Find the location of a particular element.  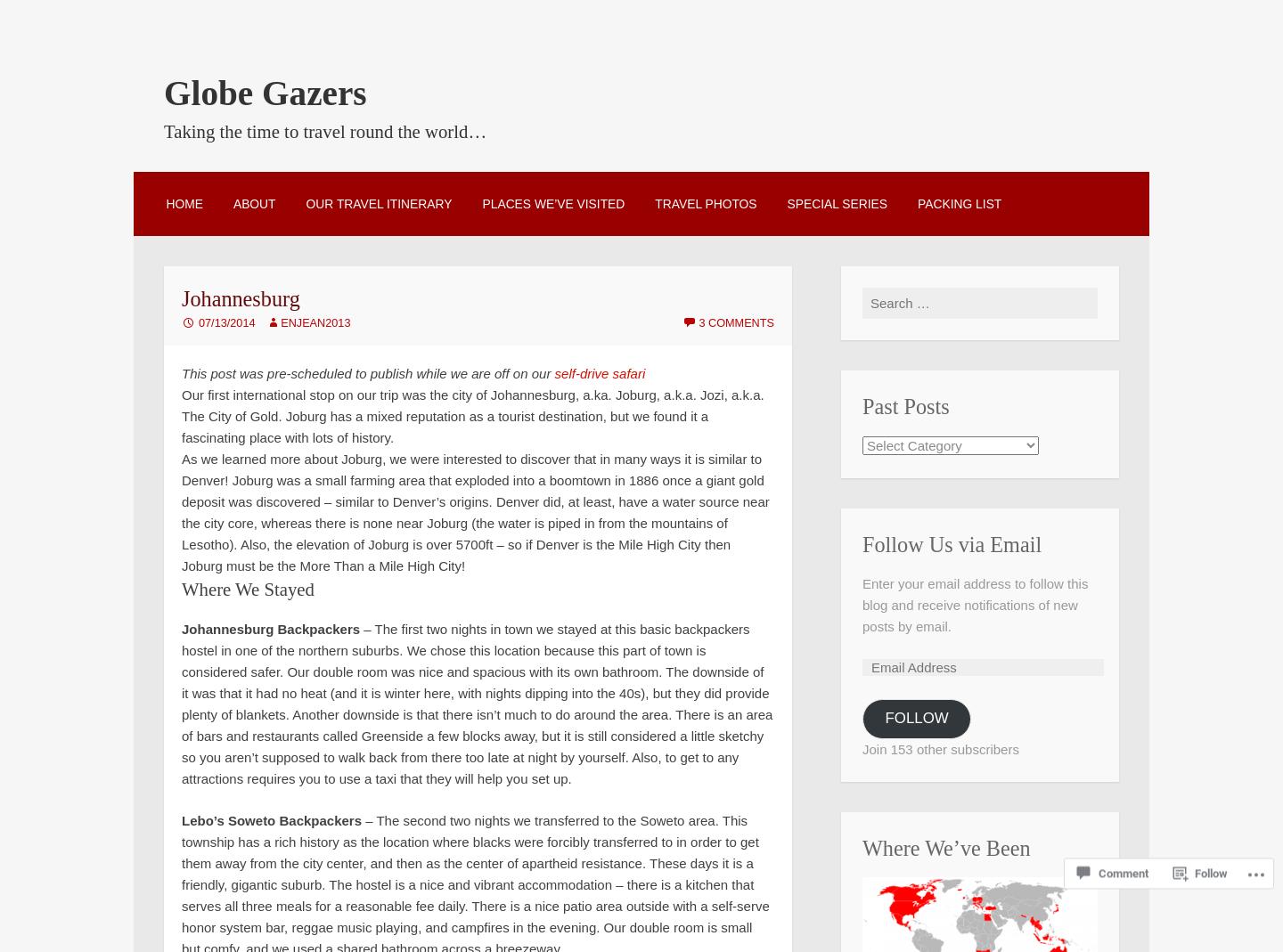

'Our Travel Itinerary' is located at coordinates (378, 202).